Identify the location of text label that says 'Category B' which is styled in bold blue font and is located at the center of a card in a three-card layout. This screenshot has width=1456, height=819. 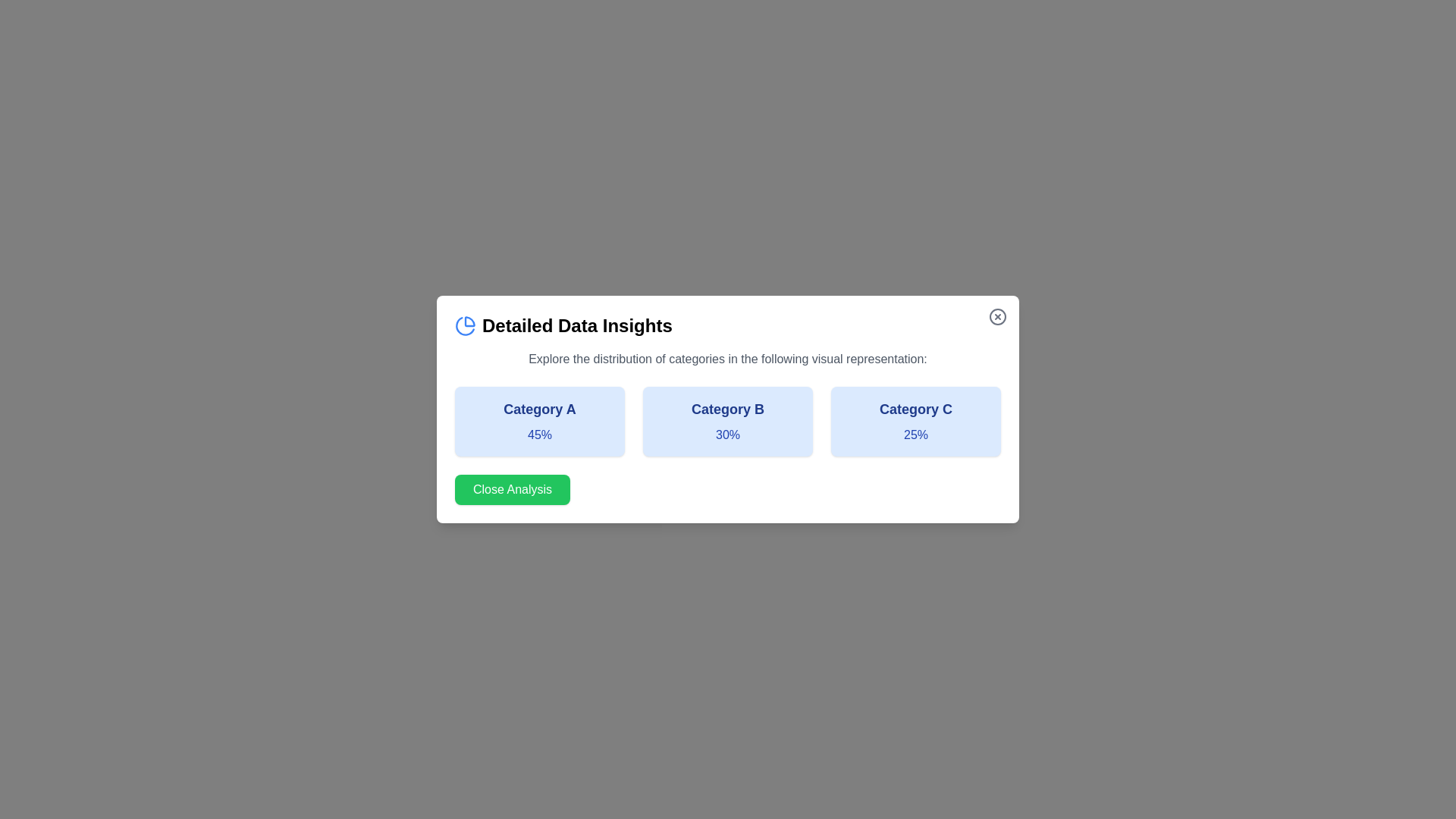
(728, 409).